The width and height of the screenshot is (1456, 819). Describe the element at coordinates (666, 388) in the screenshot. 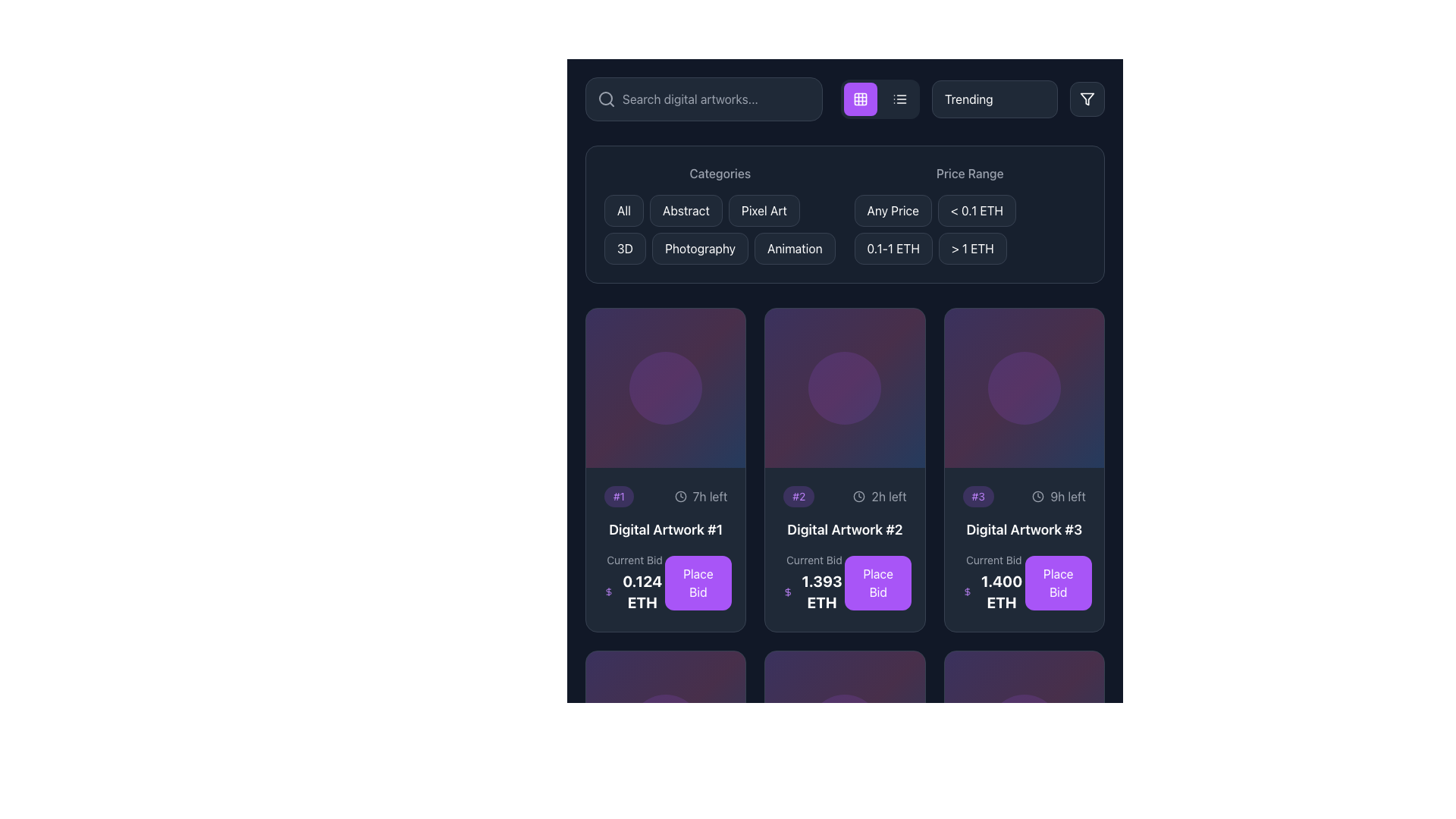

I see `the decorative circle positioned centrally within the first card of the second row in the grid` at that location.